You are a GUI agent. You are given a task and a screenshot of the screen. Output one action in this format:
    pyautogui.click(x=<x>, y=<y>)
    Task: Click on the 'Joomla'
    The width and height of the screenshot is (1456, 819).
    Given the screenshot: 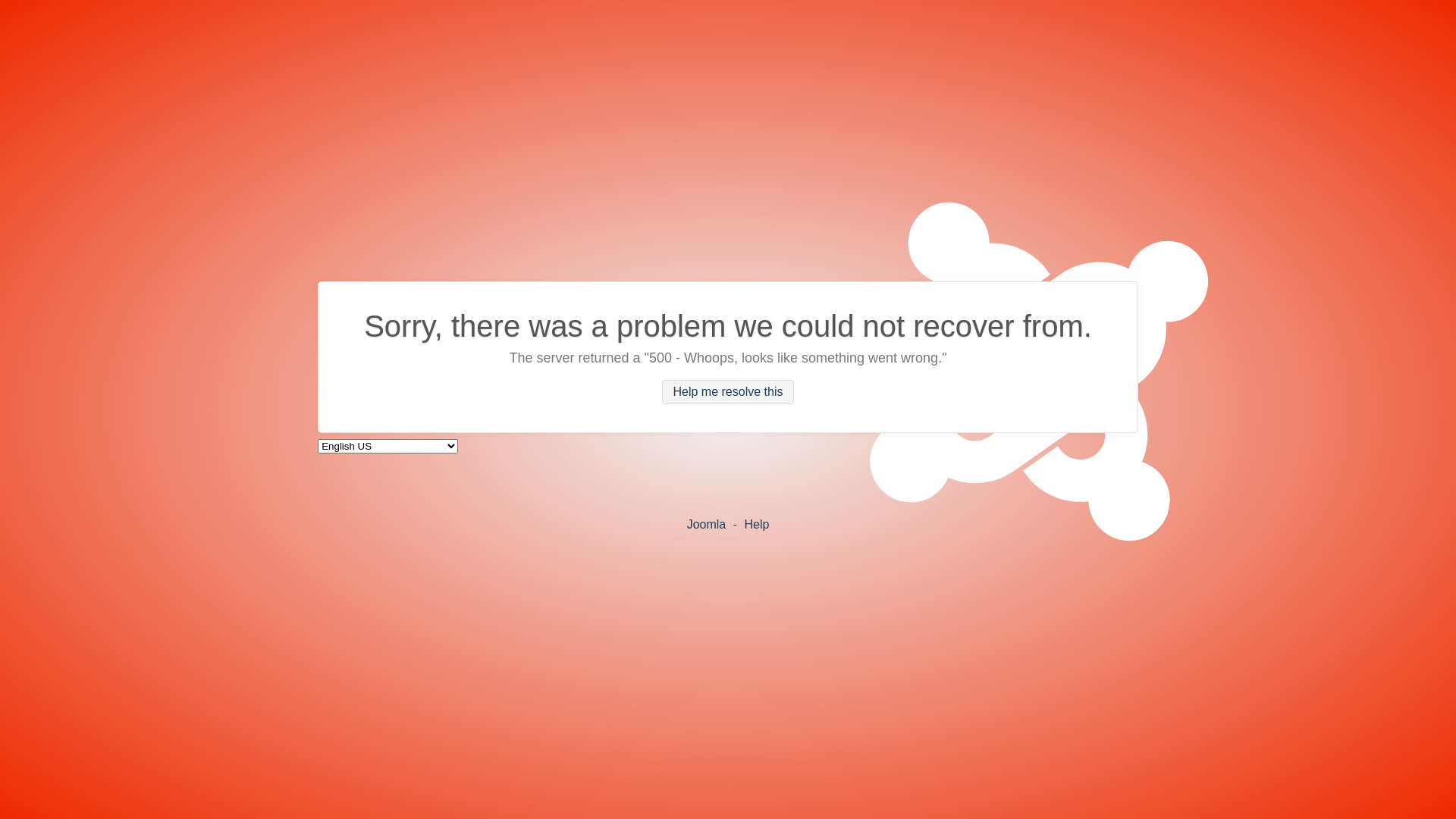 What is the action you would take?
    pyautogui.click(x=686, y=522)
    